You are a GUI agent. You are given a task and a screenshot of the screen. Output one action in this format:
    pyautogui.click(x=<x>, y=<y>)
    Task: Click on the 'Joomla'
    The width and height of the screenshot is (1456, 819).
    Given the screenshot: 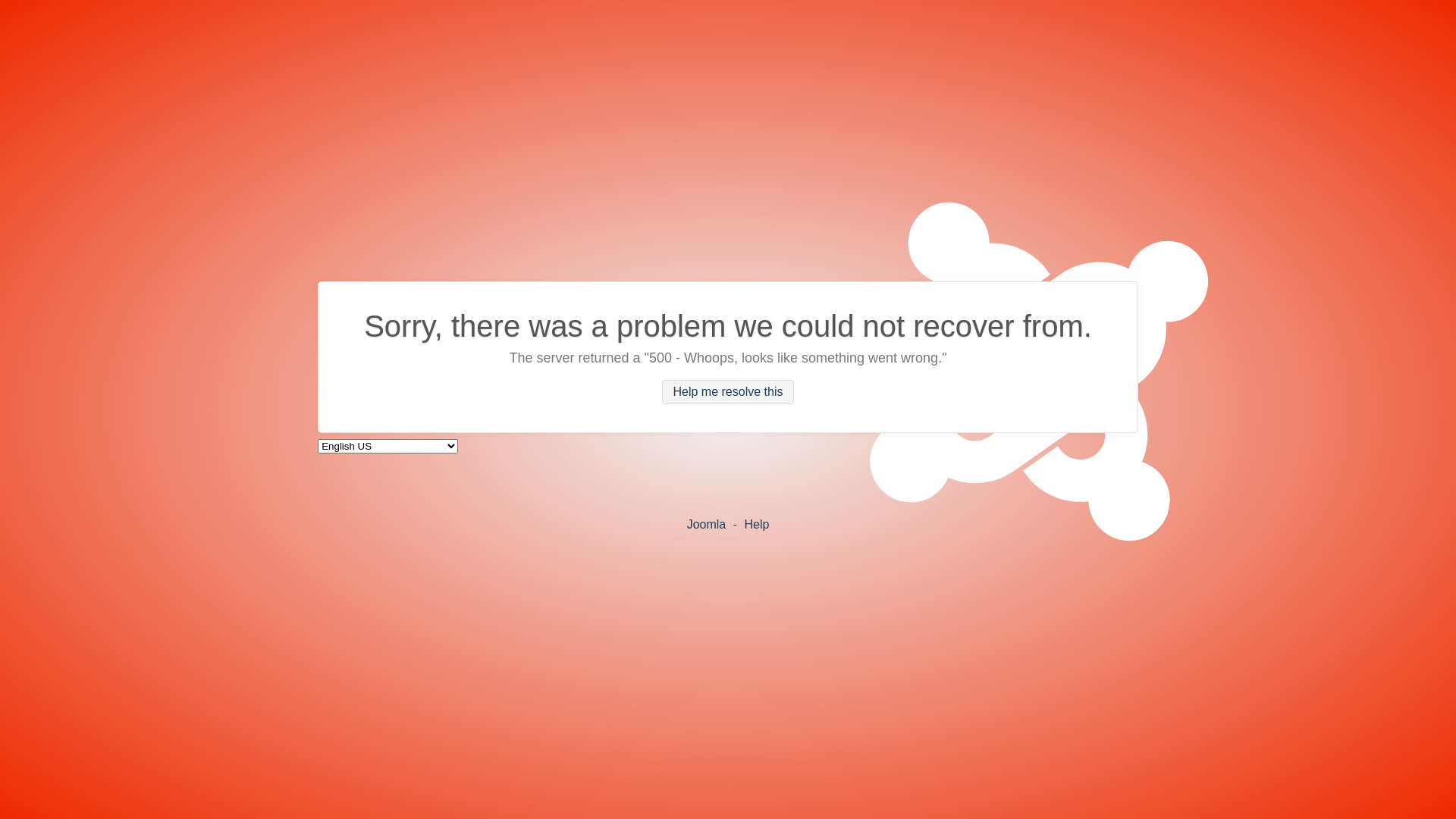 What is the action you would take?
    pyautogui.click(x=686, y=522)
    